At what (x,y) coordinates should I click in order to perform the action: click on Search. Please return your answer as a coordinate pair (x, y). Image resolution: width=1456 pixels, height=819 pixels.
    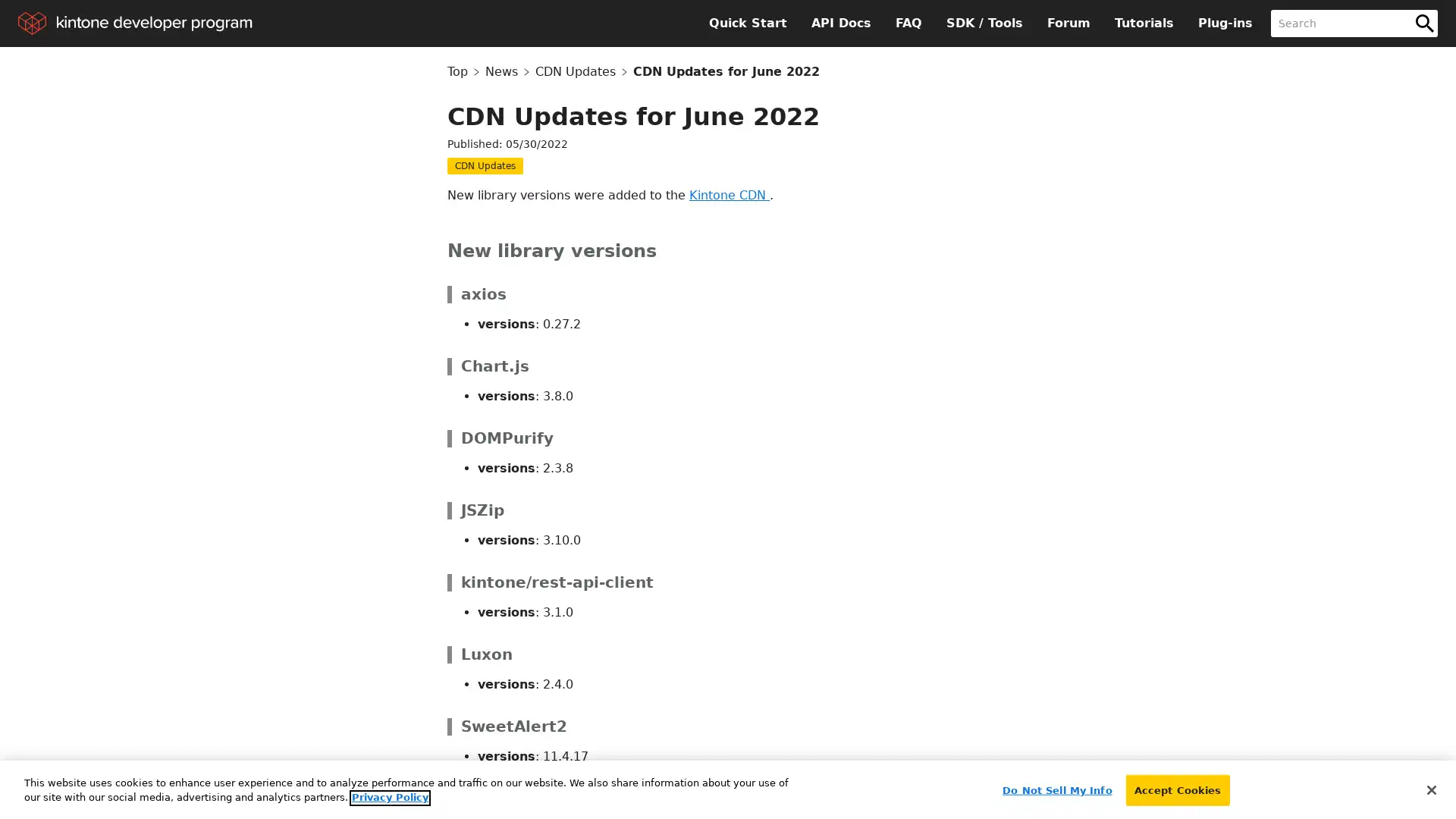
    Looking at the image, I should click on (1423, 23).